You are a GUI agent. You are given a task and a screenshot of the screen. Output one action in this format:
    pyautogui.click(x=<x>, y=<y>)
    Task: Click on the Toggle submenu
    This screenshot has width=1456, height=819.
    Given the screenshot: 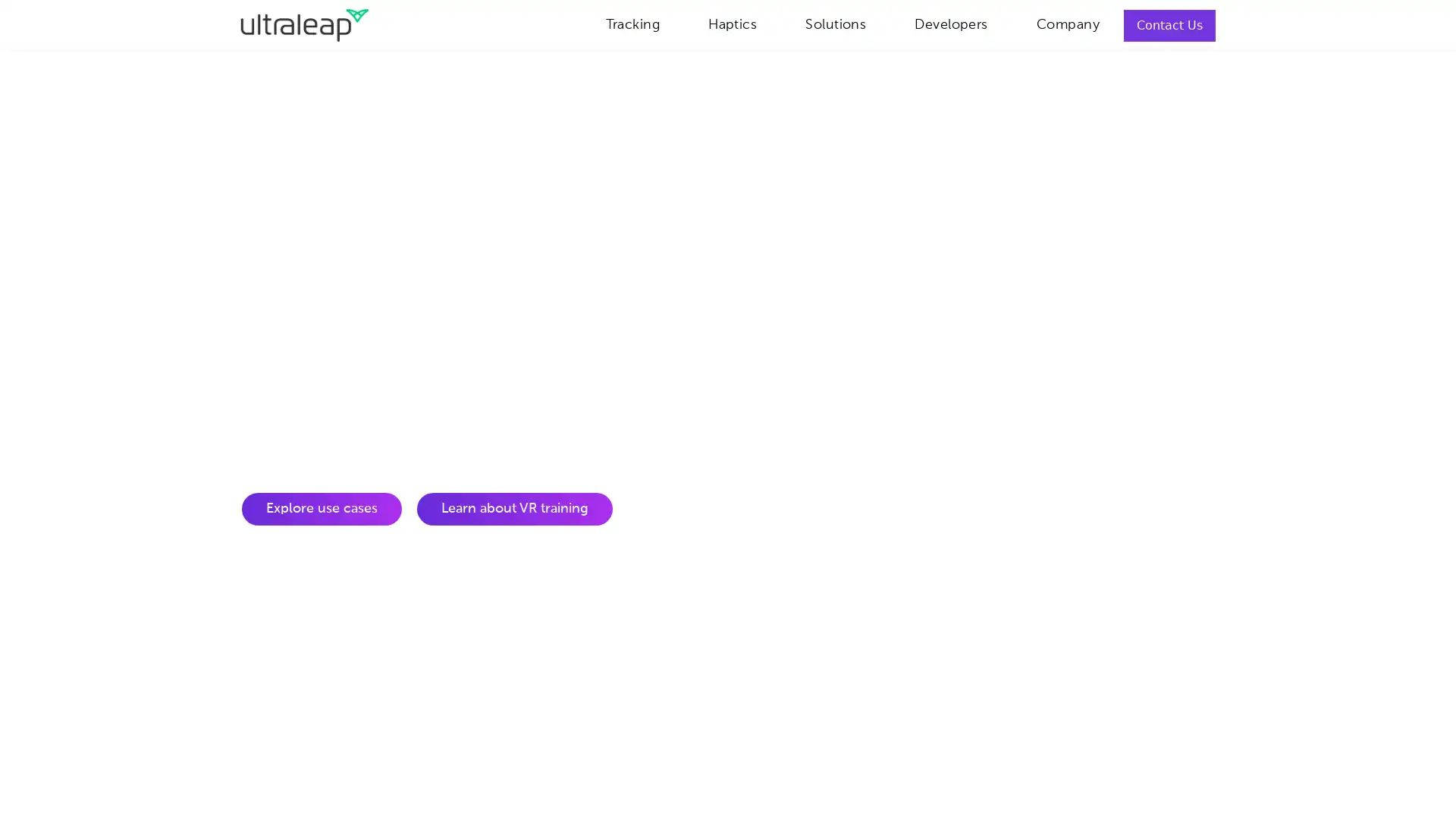 What is the action you would take?
    pyautogui.click(x=775, y=23)
    